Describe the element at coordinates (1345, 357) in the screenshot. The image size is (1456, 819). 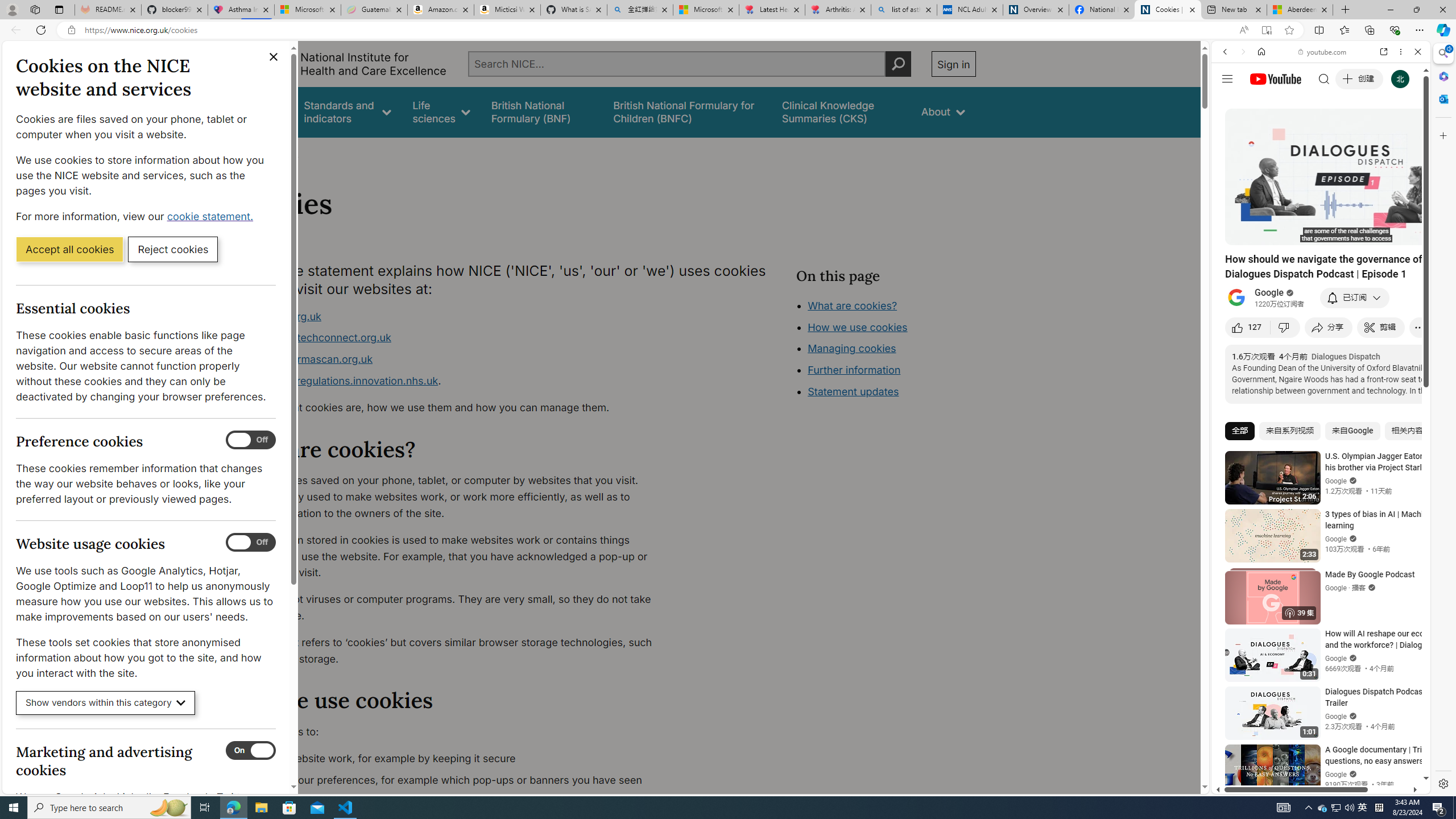
I see `'Dialogues Dispatch'` at that location.